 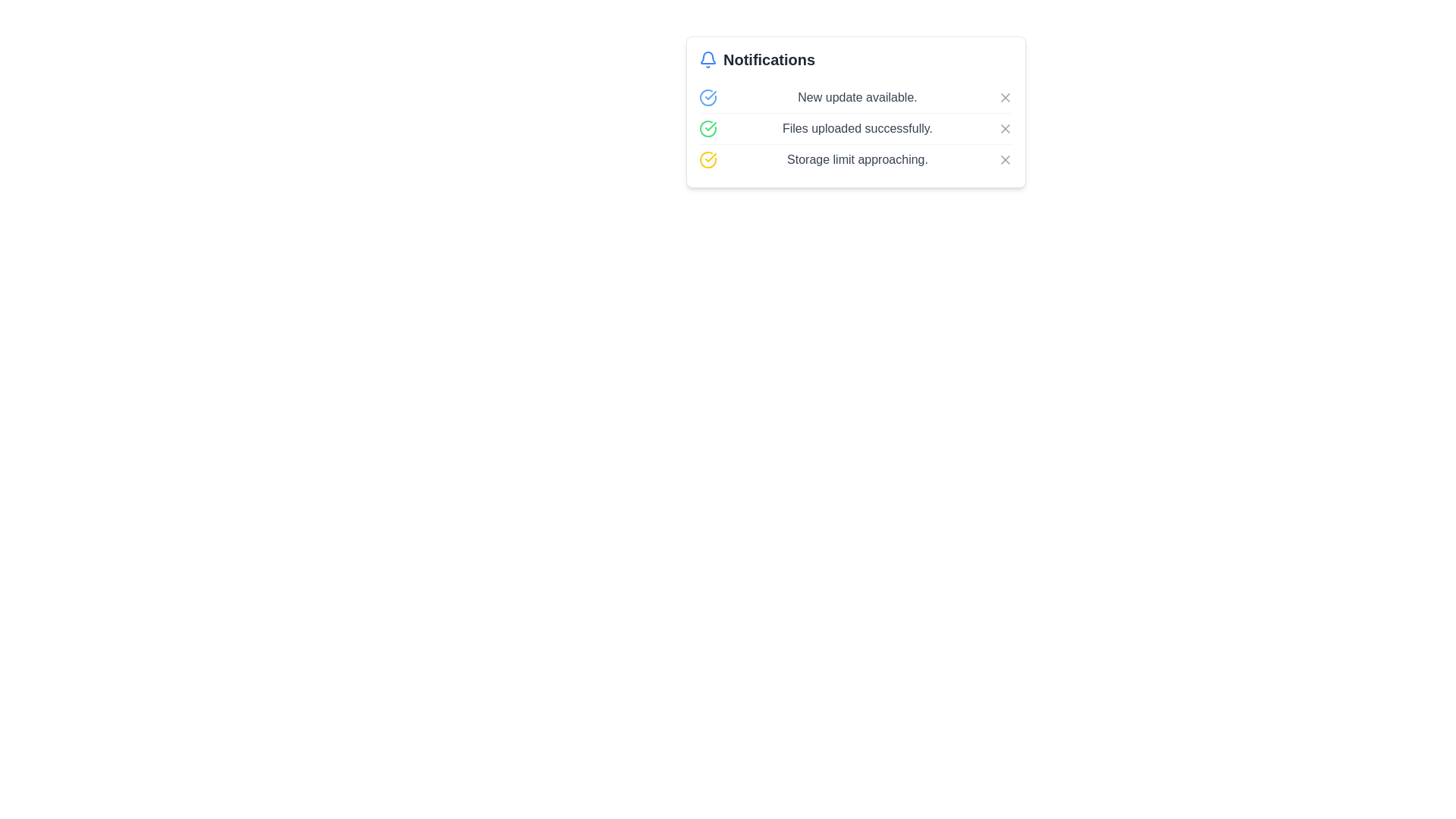 I want to click on the close button on the notification reading 'Storage limit approaching.', so click(x=1005, y=160).